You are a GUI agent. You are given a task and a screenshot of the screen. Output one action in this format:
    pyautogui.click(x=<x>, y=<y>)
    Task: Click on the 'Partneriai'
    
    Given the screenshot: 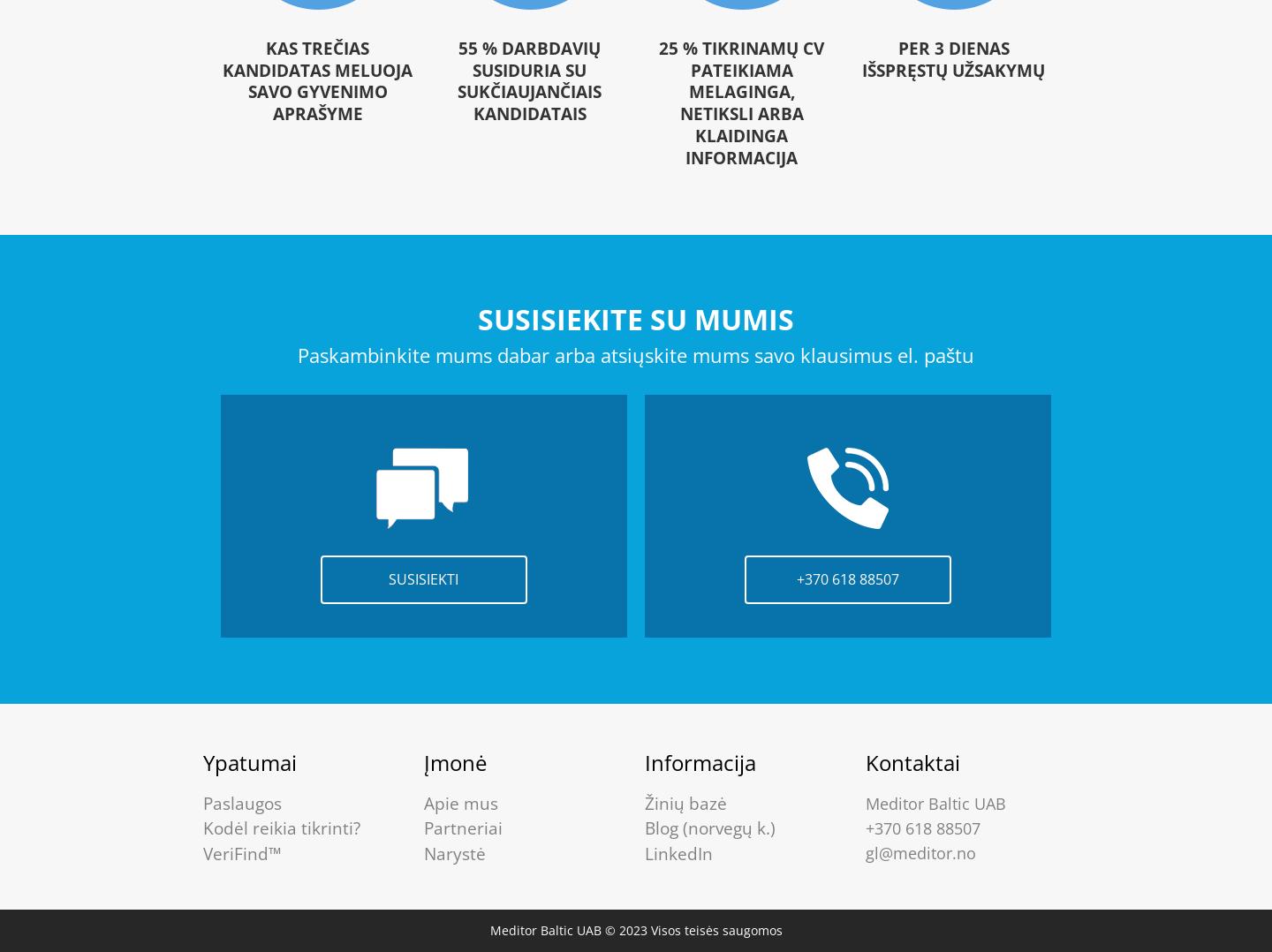 What is the action you would take?
    pyautogui.click(x=462, y=827)
    